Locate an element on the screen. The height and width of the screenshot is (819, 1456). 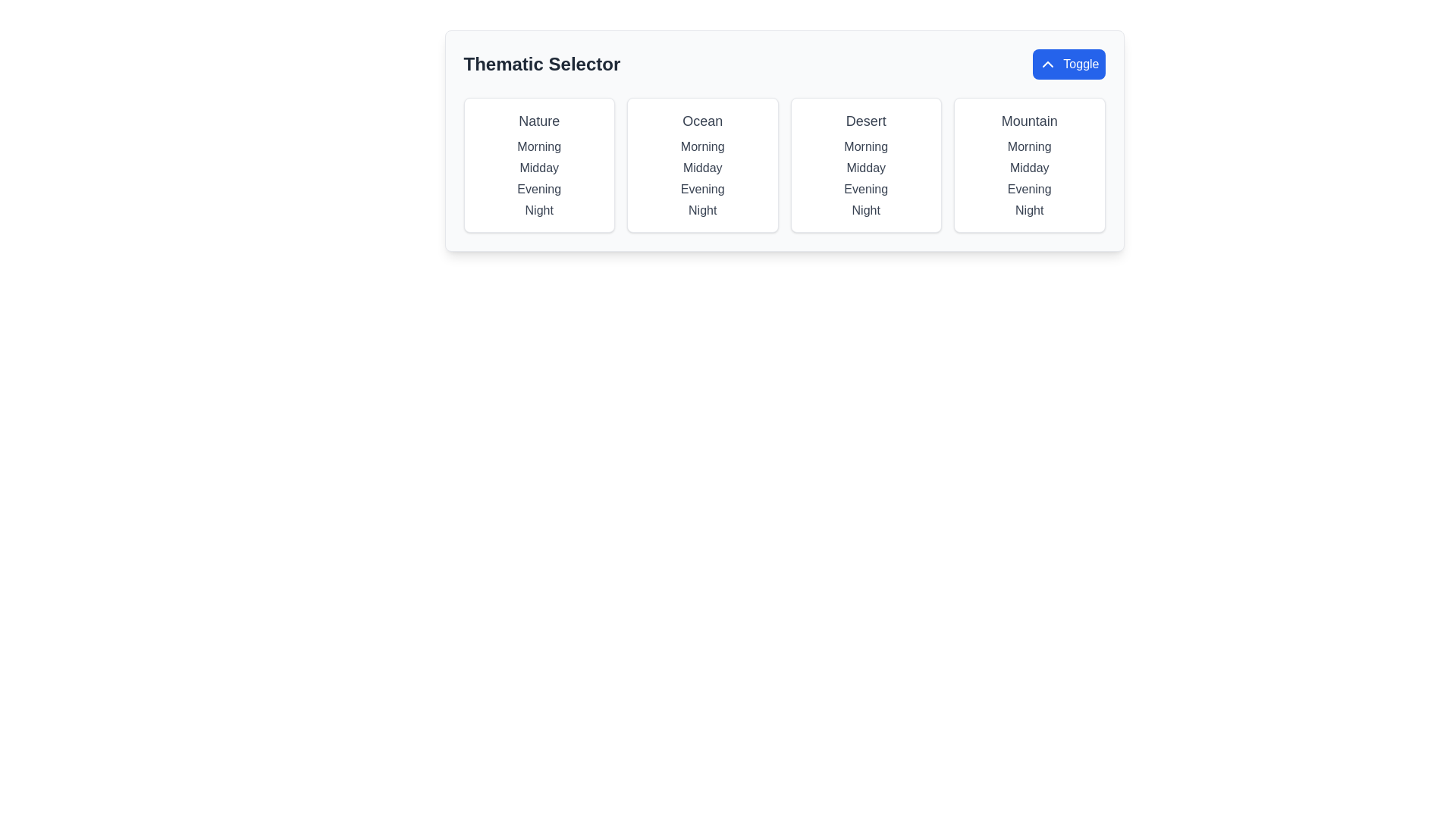
the text label reading 'Thematic Selector', which is styled in bold and larger than typical body text, located on the left side of the header before the 'Toggle' button is located at coordinates (541, 63).